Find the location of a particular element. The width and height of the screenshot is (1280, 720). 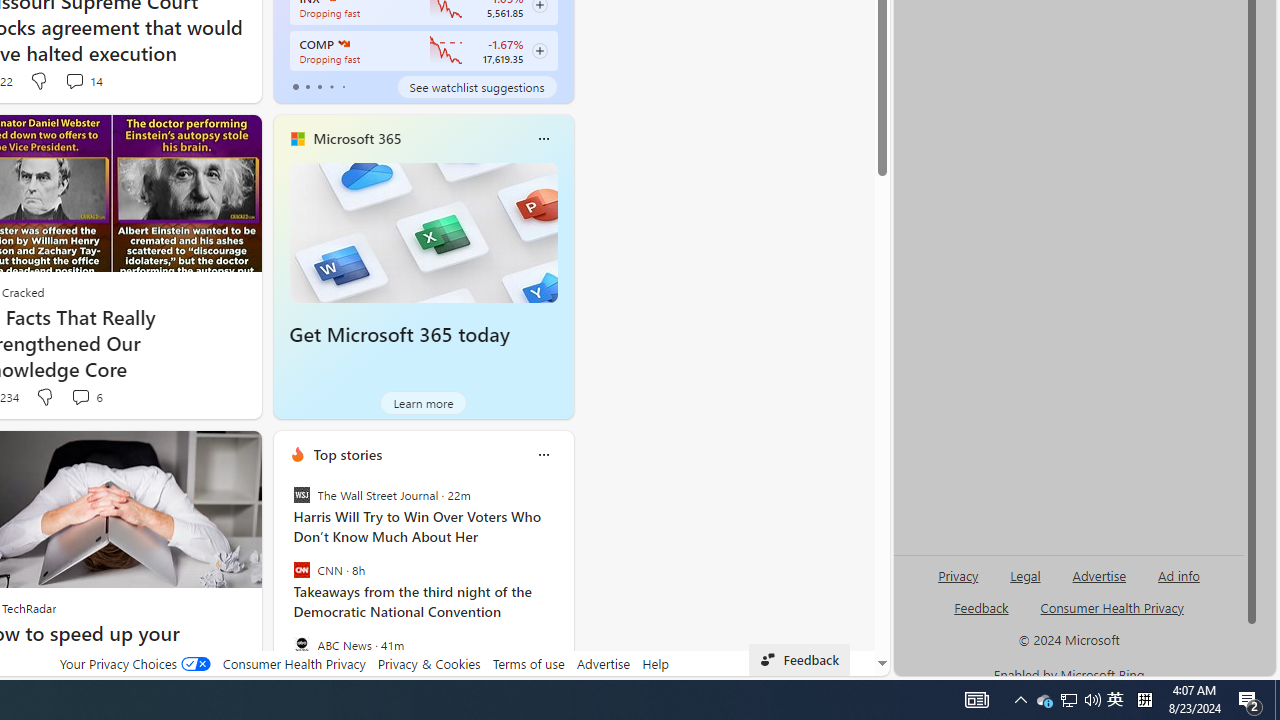

'View comments 6 Comment' is located at coordinates (85, 397).